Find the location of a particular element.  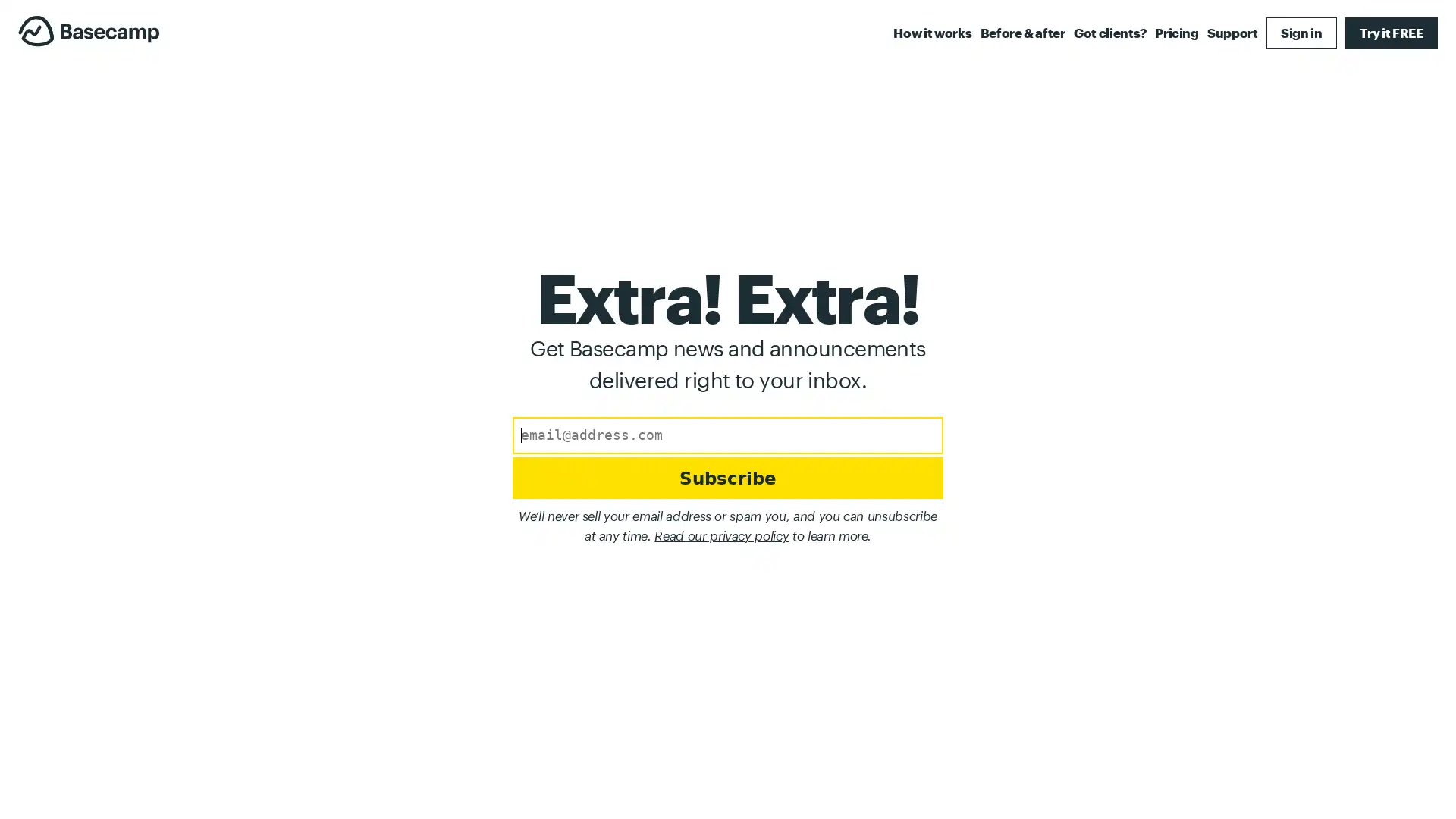

Subscribe is located at coordinates (726, 480).